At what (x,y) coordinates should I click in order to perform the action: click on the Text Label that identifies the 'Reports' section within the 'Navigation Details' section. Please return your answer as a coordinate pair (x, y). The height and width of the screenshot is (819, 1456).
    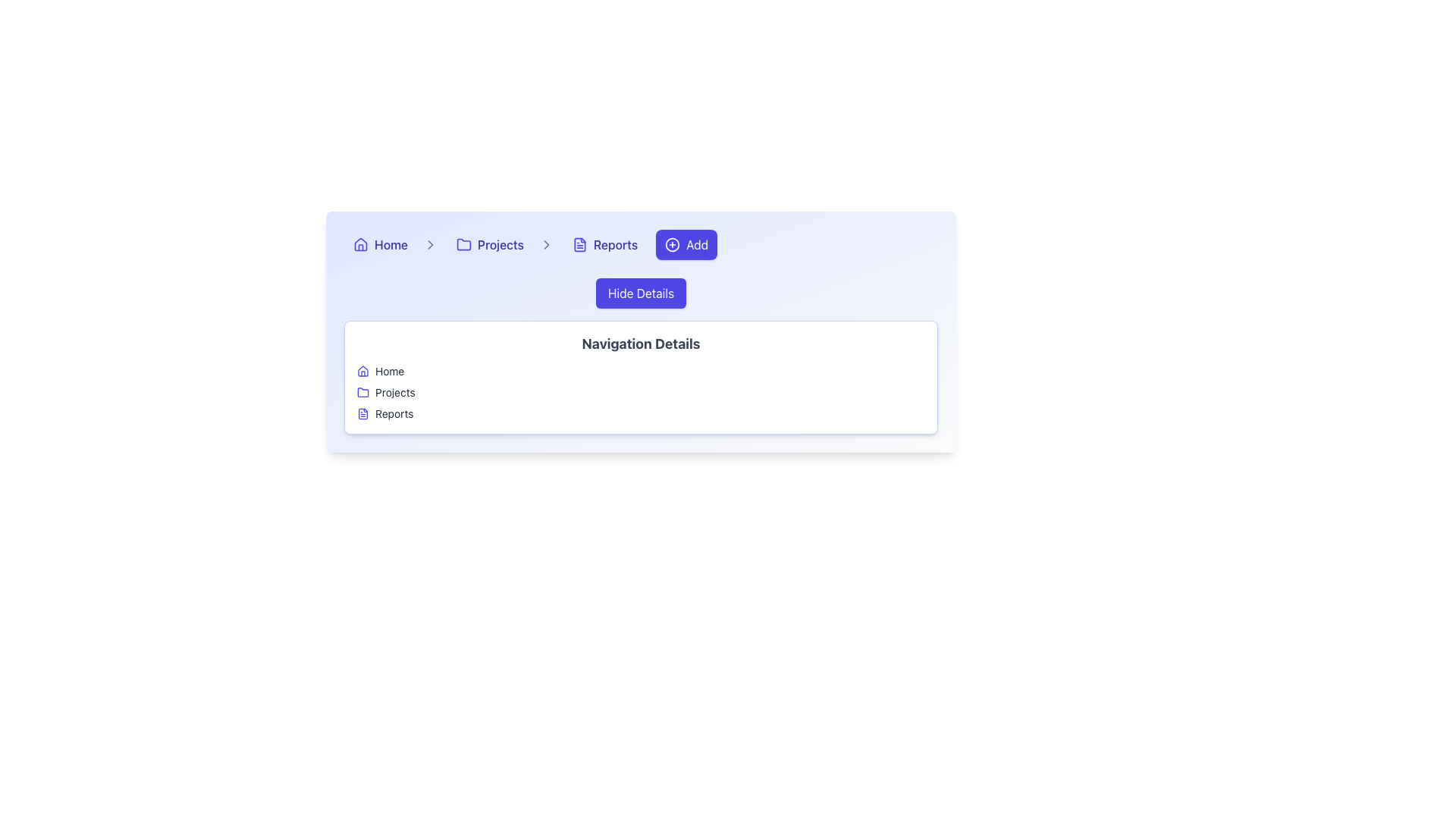
    Looking at the image, I should click on (394, 414).